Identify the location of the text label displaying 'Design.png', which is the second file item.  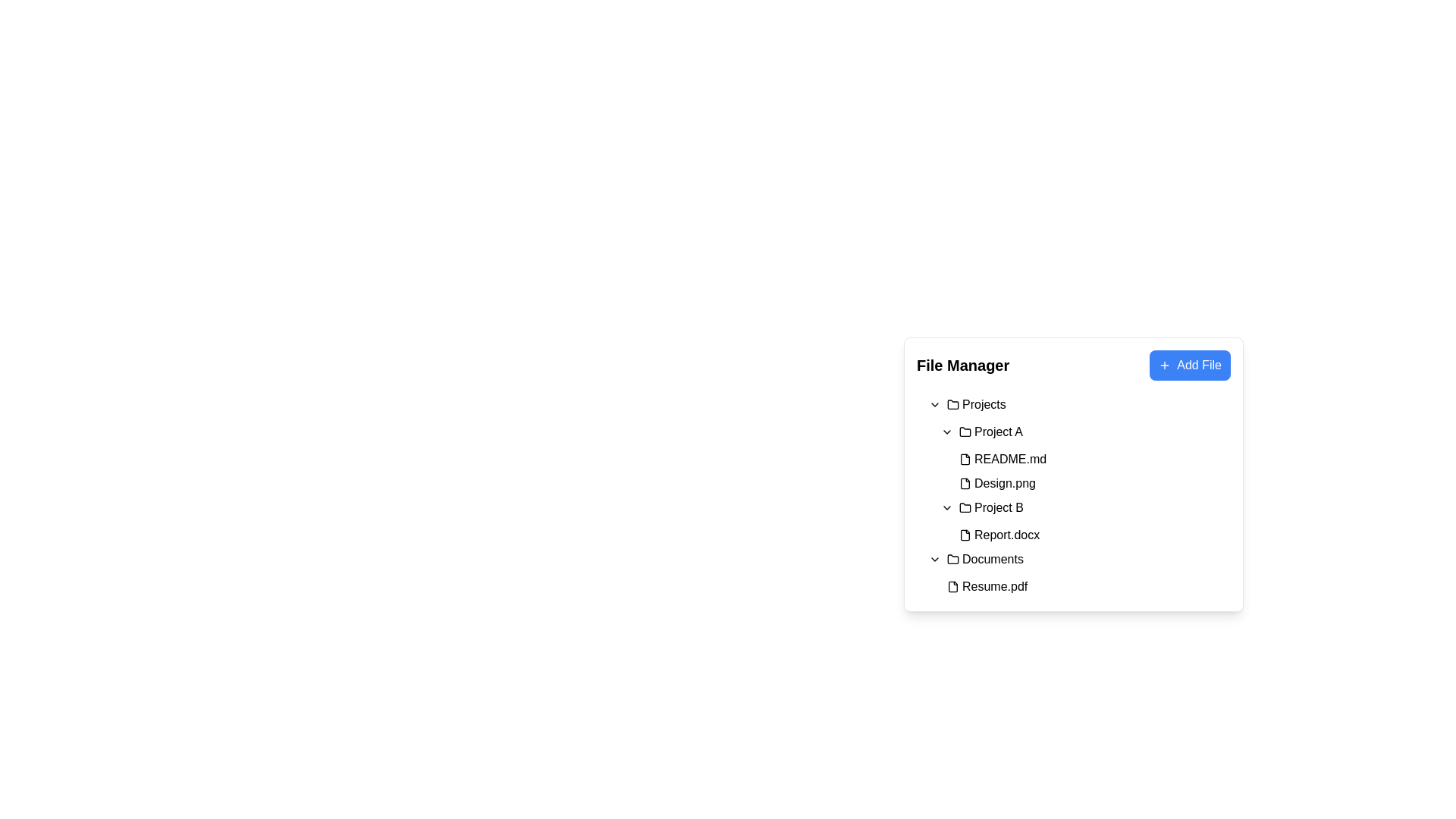
(1005, 483).